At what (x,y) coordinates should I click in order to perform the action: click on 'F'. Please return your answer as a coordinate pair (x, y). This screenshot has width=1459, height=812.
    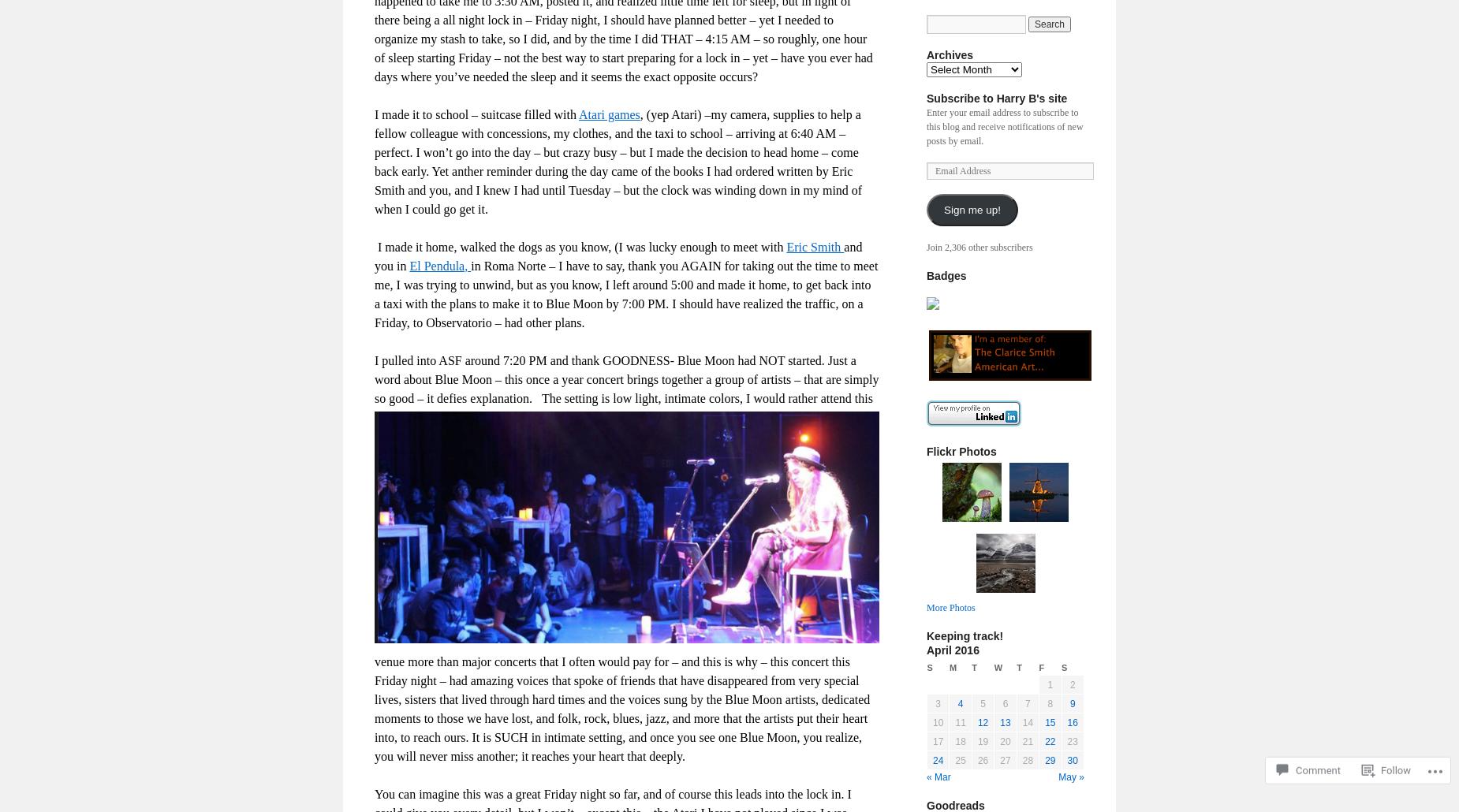
    Looking at the image, I should click on (1040, 666).